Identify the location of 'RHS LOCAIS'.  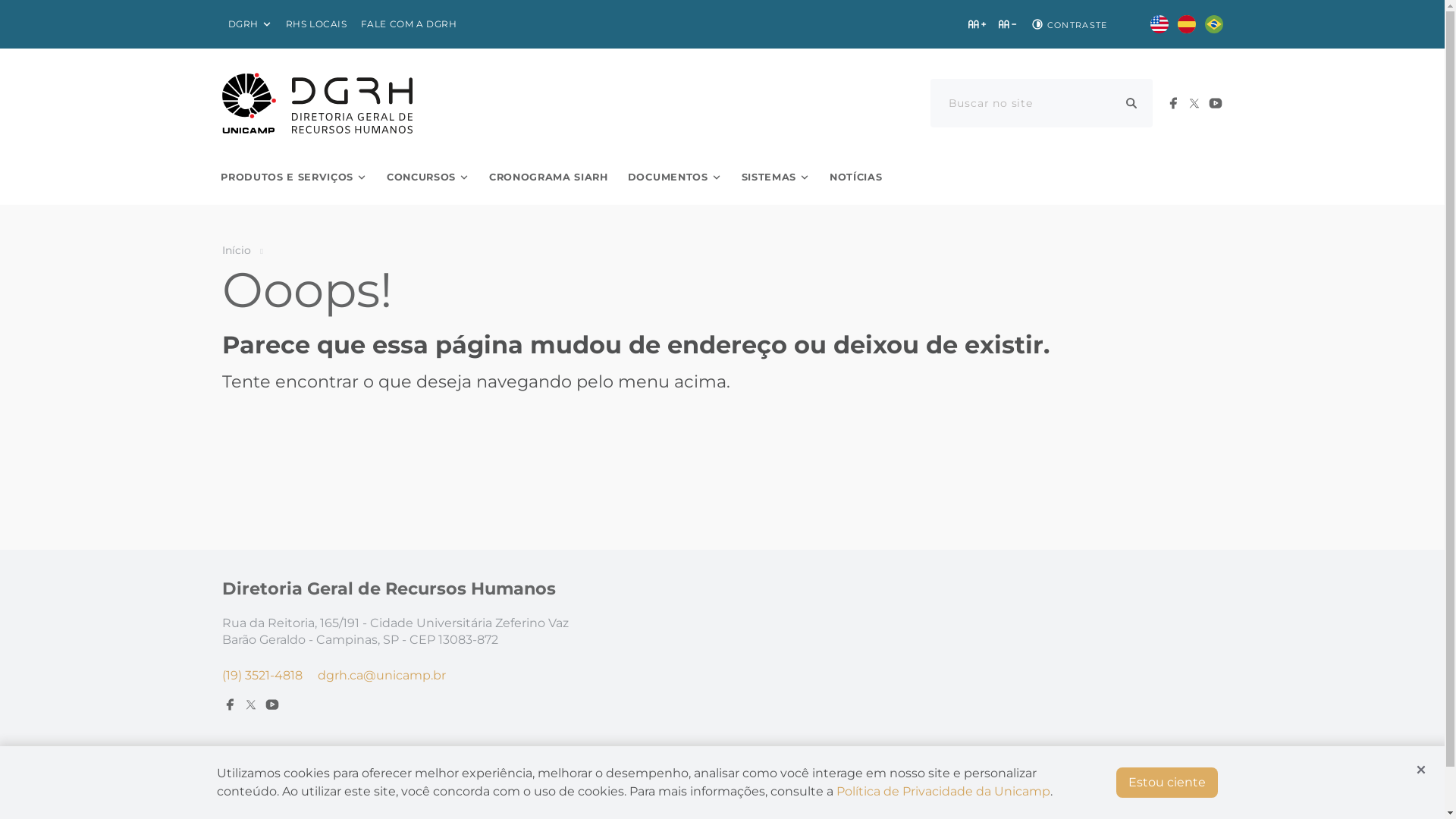
(315, 24).